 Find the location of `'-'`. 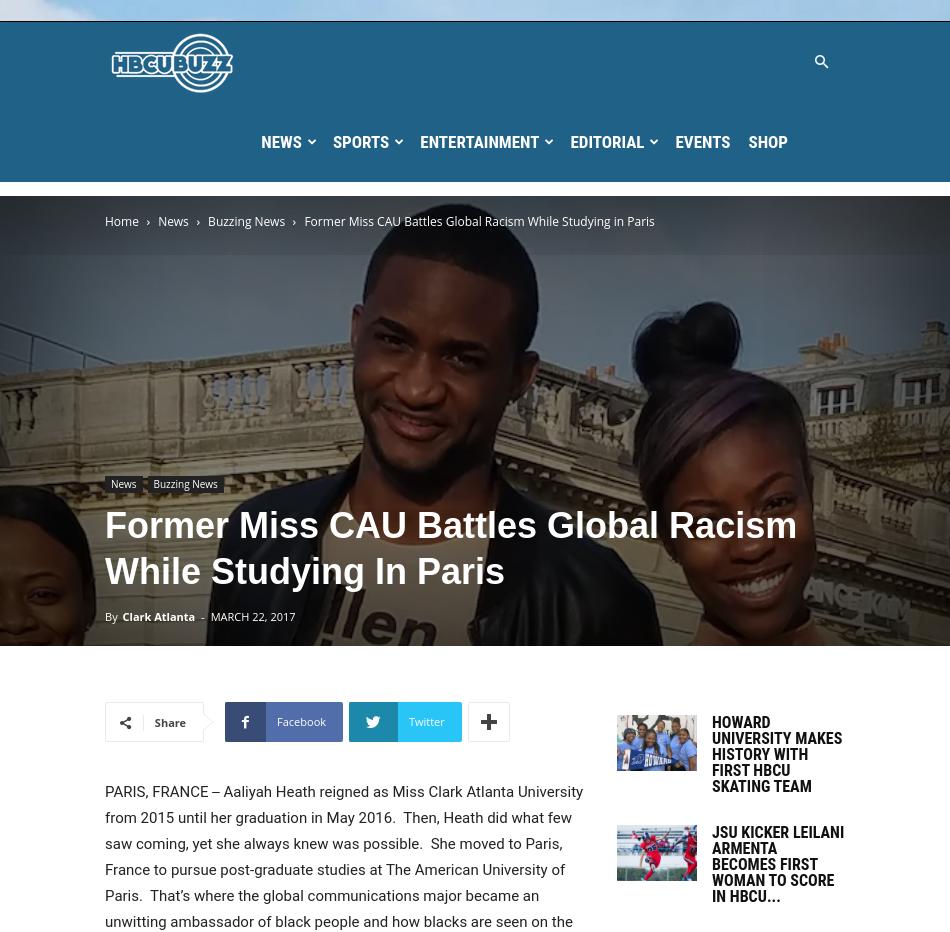

'-' is located at coordinates (201, 615).